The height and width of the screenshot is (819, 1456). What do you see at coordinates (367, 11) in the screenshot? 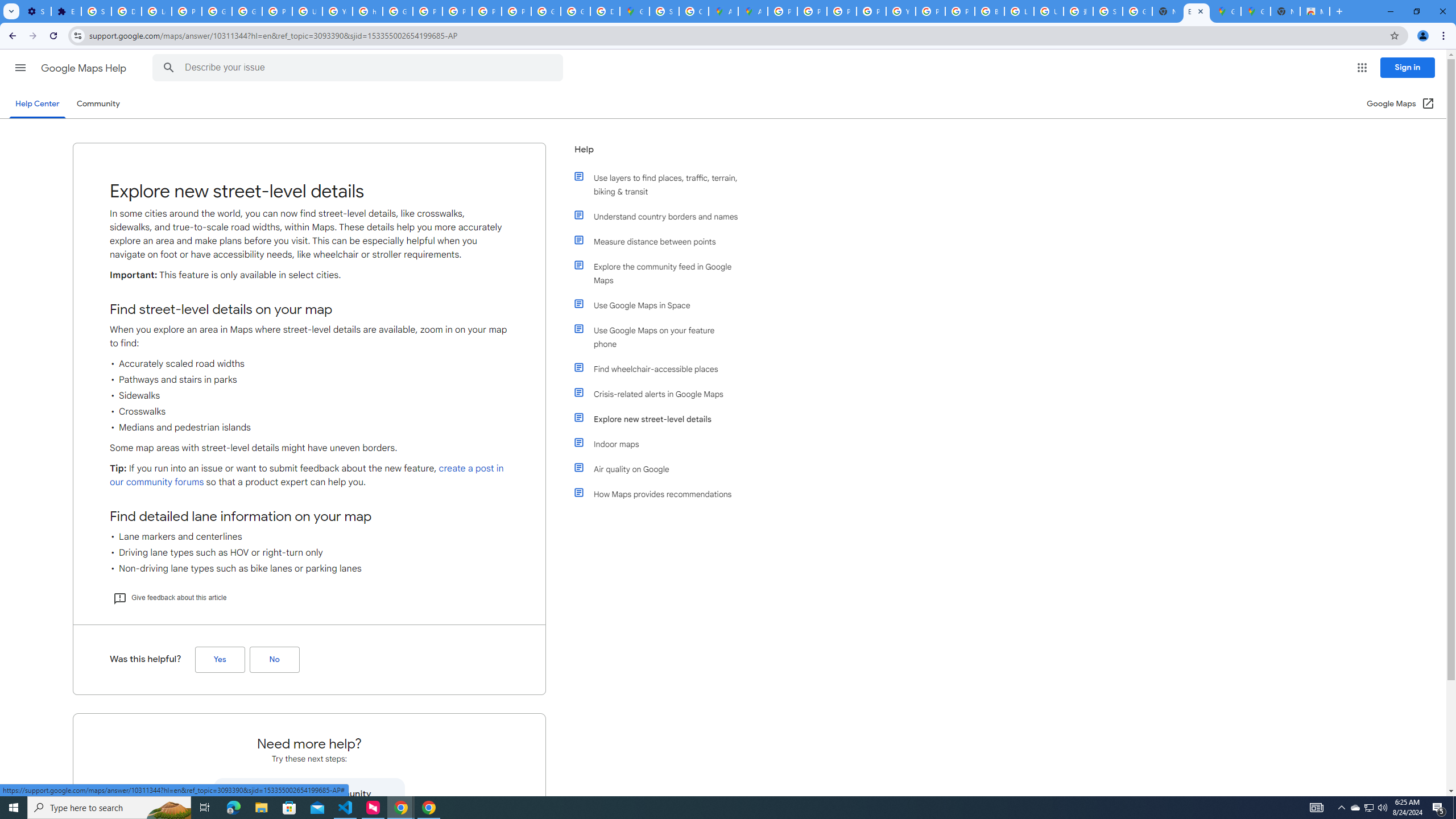
I see `'https://scholar.google.com/'` at bounding box center [367, 11].